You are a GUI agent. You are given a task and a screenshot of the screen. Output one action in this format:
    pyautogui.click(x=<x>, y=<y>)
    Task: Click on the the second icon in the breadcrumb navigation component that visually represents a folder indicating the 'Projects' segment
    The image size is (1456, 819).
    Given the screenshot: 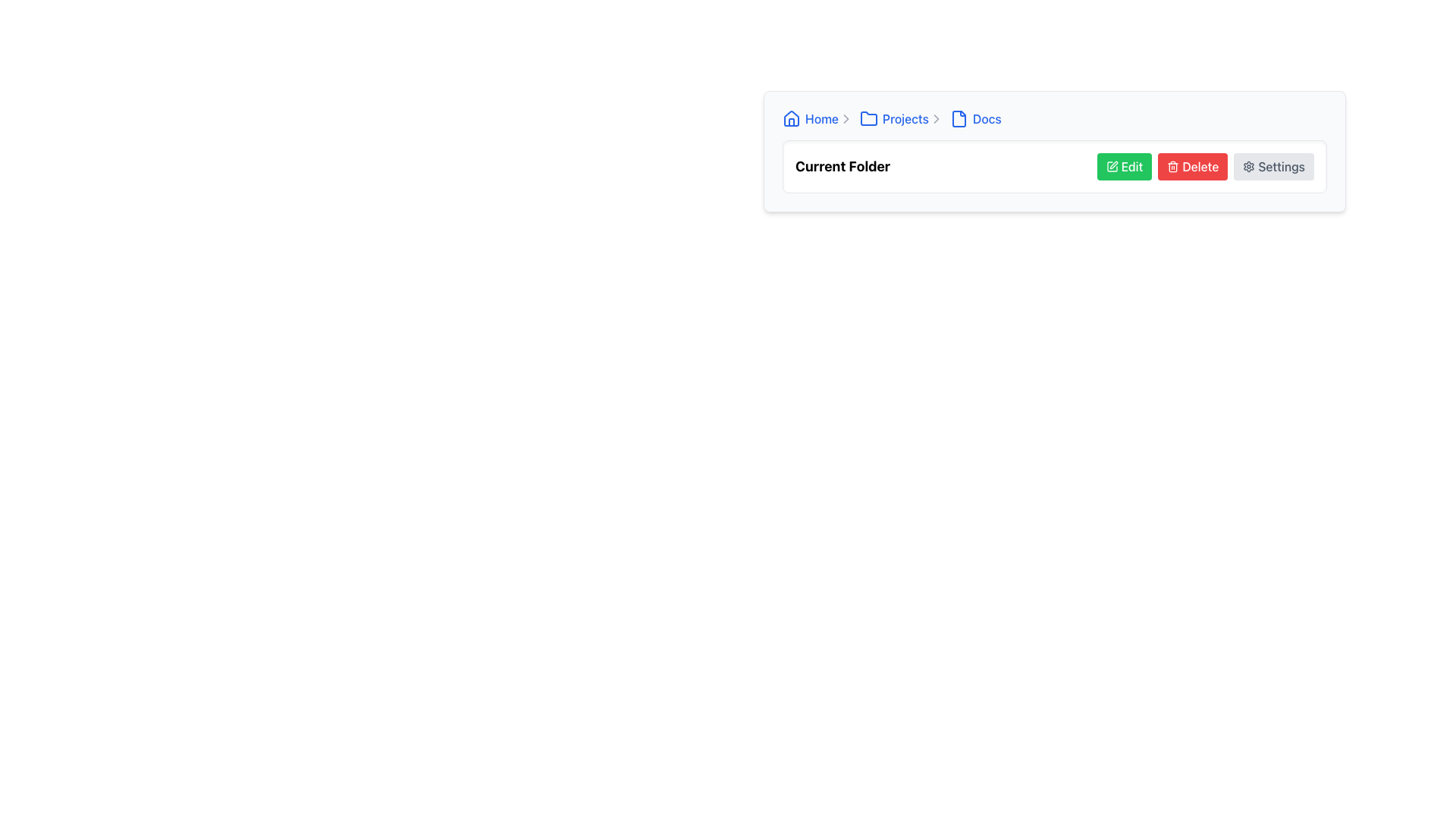 What is the action you would take?
    pyautogui.click(x=869, y=118)
    